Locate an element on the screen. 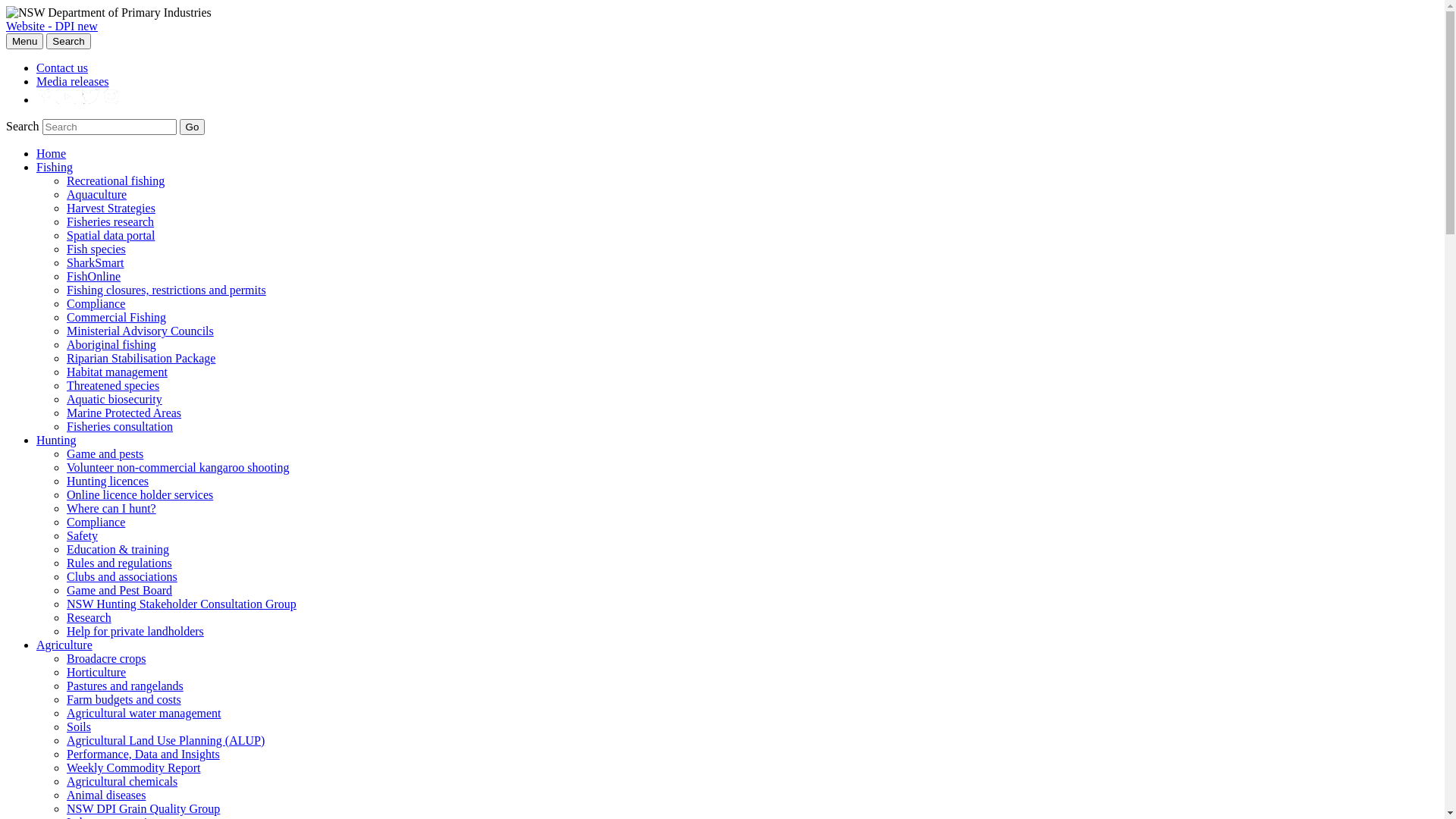  'NSW DPI Grain Quality Group' is located at coordinates (143, 808).